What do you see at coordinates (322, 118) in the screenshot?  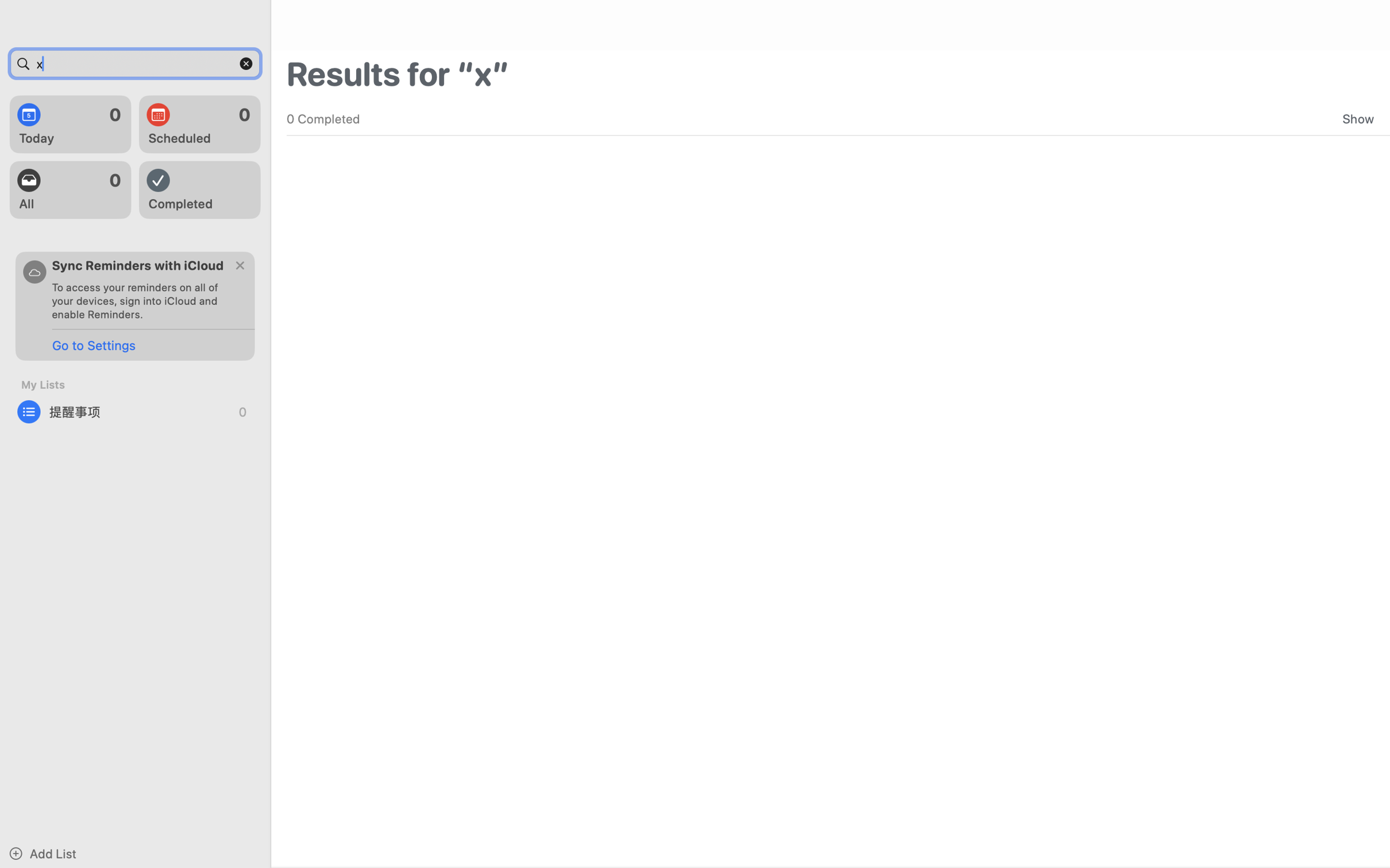 I see `'0 Completed'` at bounding box center [322, 118].